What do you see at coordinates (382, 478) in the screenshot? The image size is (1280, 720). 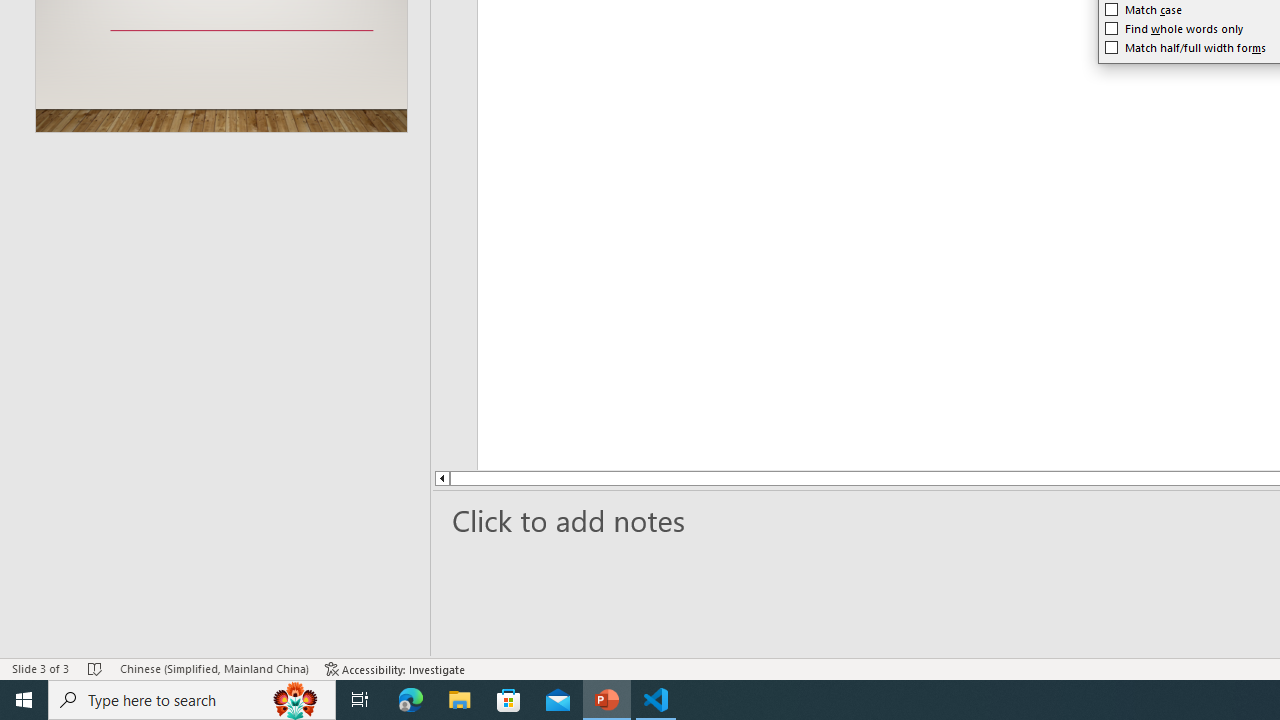 I see `'Line up'` at bounding box center [382, 478].